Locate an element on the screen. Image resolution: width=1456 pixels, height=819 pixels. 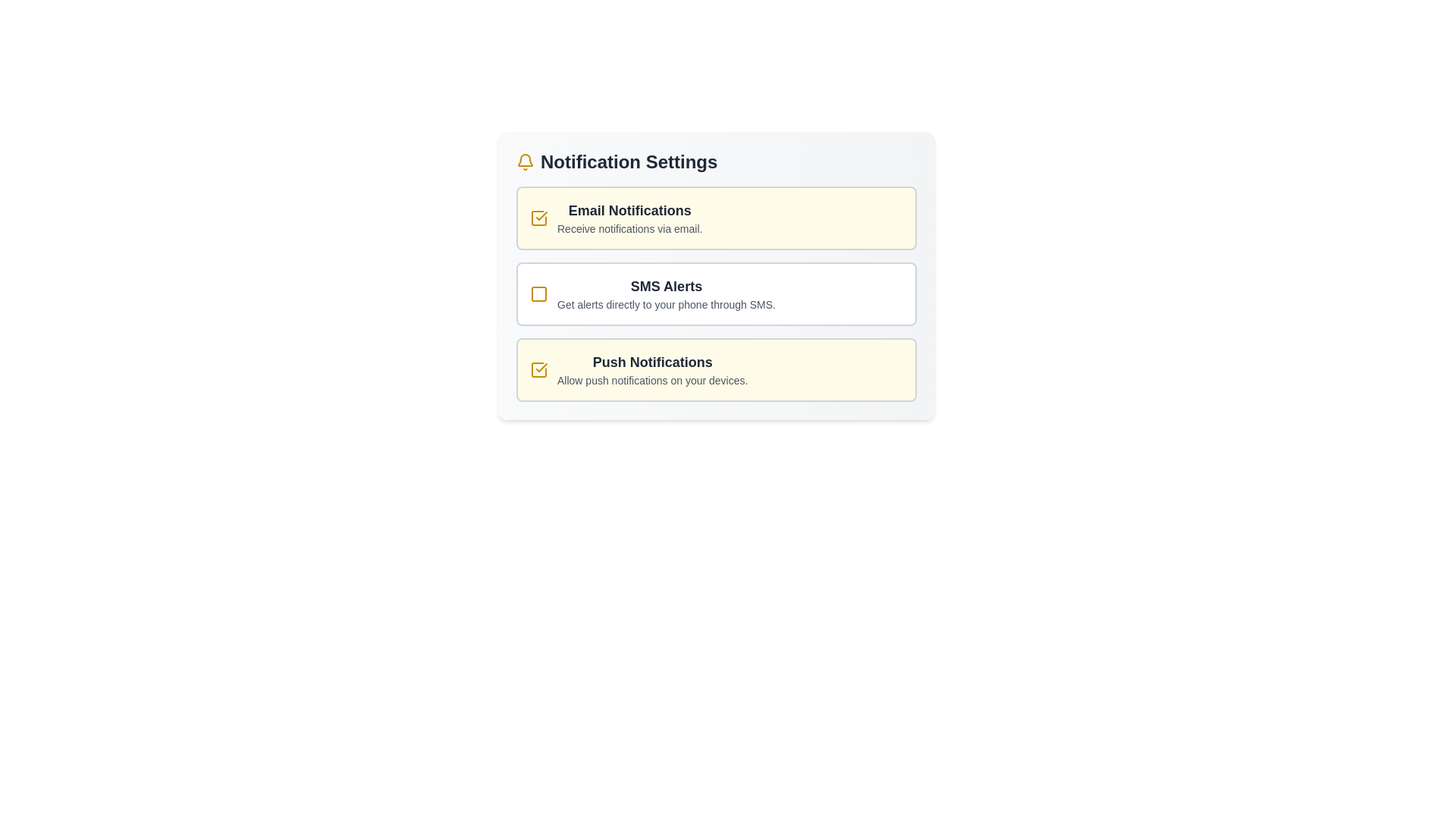
the text block that describes the purpose of enabling push notifications, which is the third entry in a vertically stacked list of notification types is located at coordinates (652, 370).